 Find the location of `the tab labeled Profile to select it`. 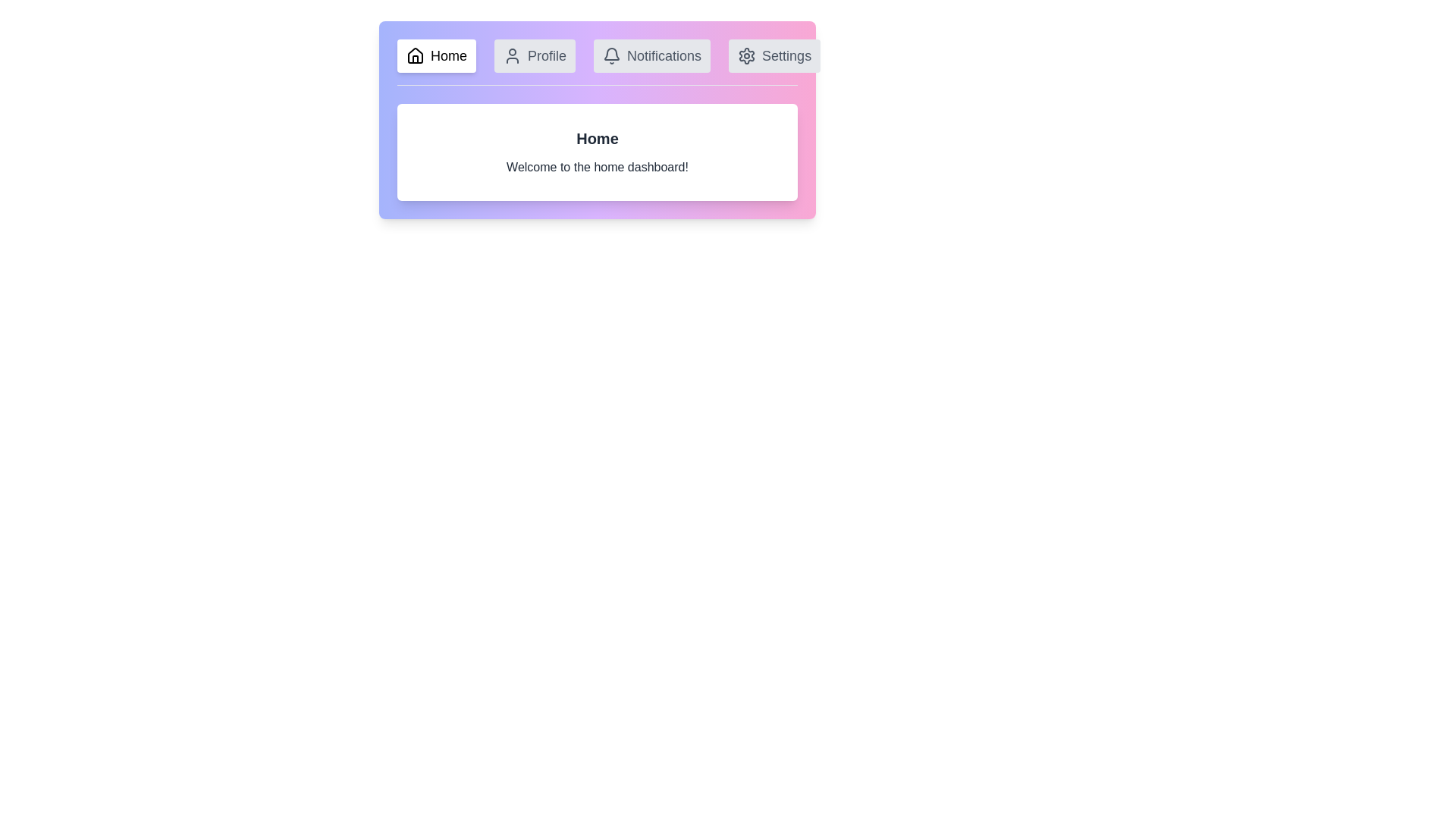

the tab labeled Profile to select it is located at coordinates (535, 55).